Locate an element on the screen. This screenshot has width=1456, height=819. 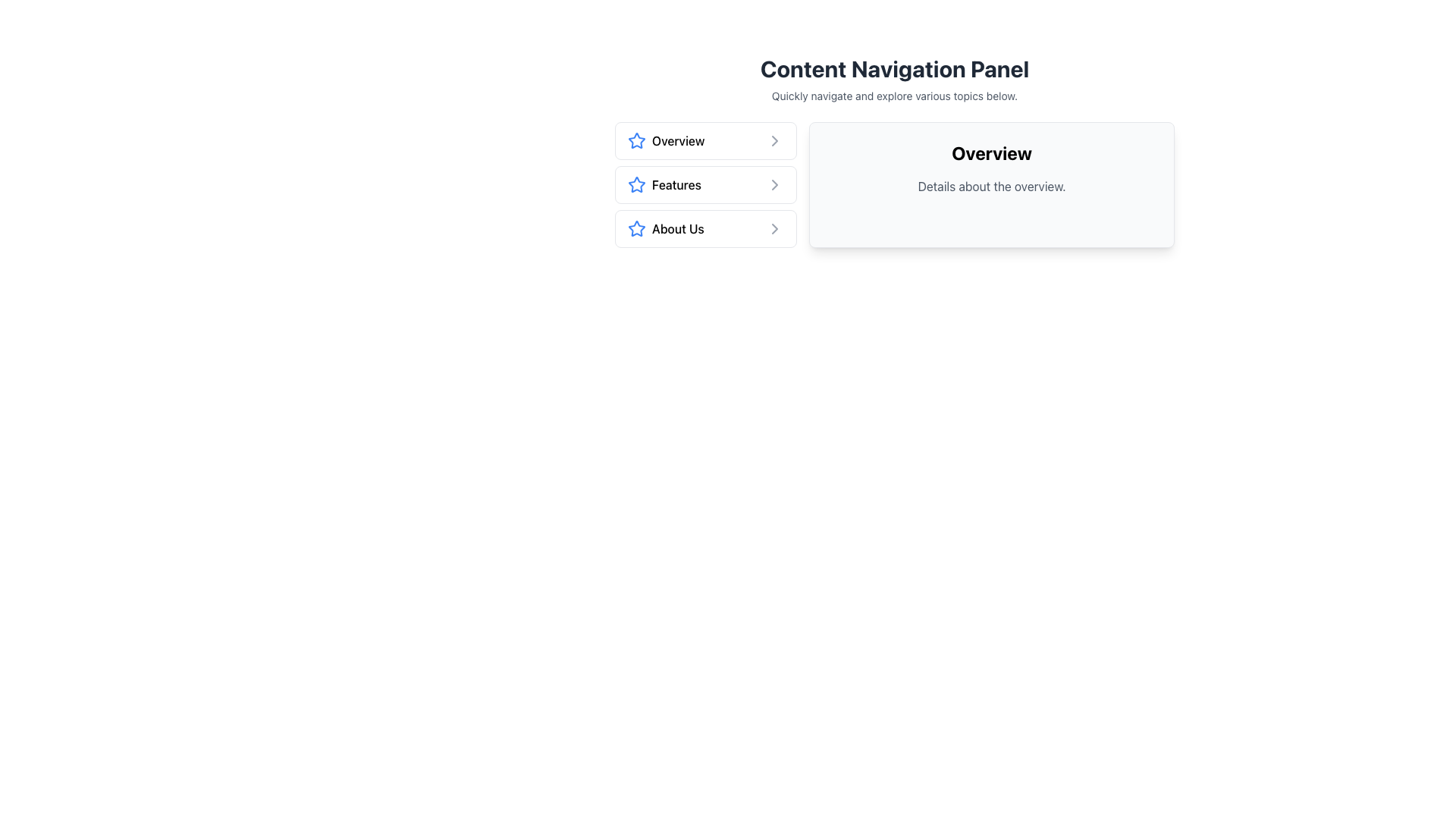
the static text label displaying 'Details about the overview.' located below the 'Overview' heading in the right panel is located at coordinates (992, 186).